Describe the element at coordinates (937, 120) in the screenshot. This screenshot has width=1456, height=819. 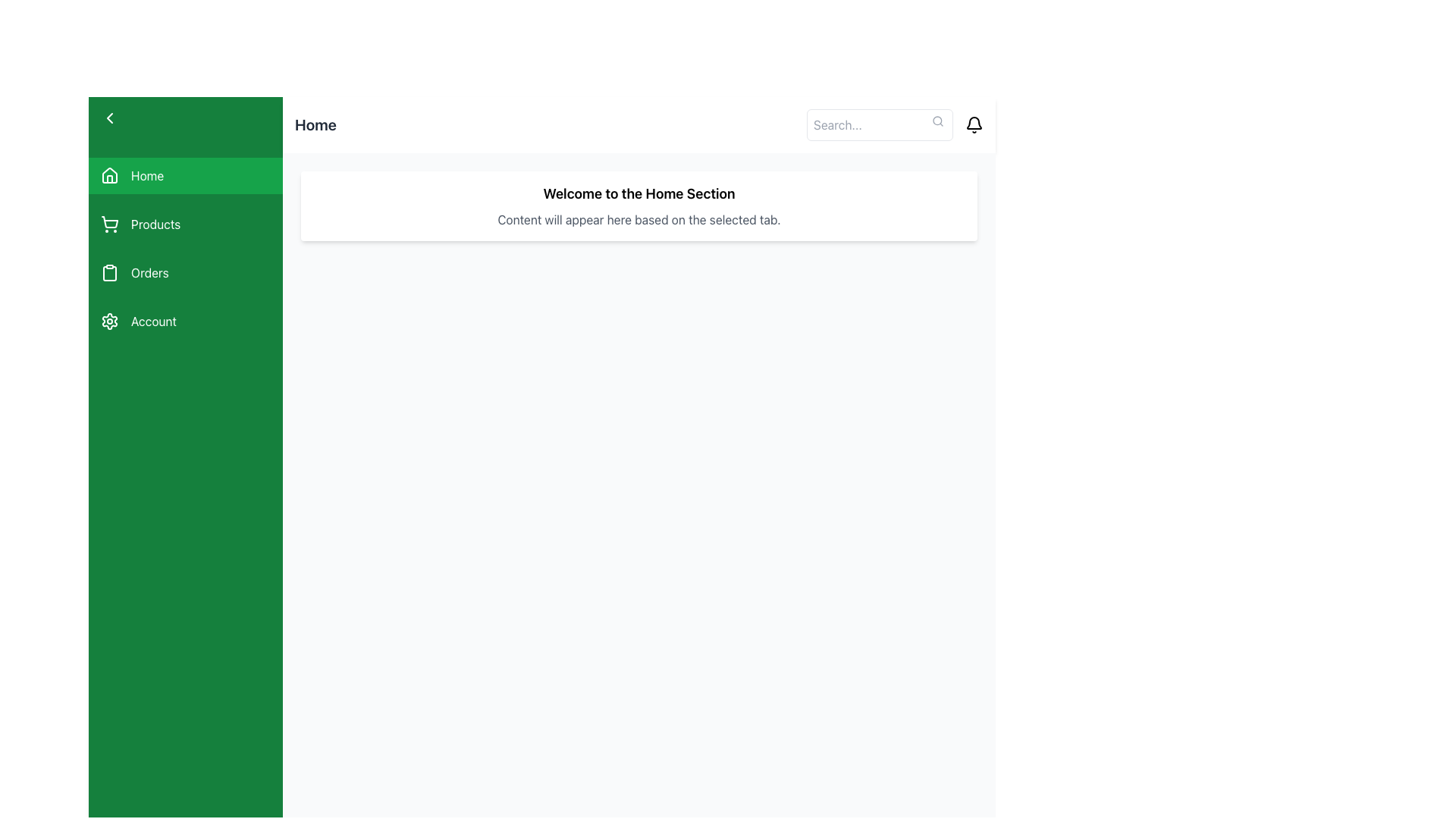
I see `the circular part of the search icon located near the top-right corner of the user interface` at that location.